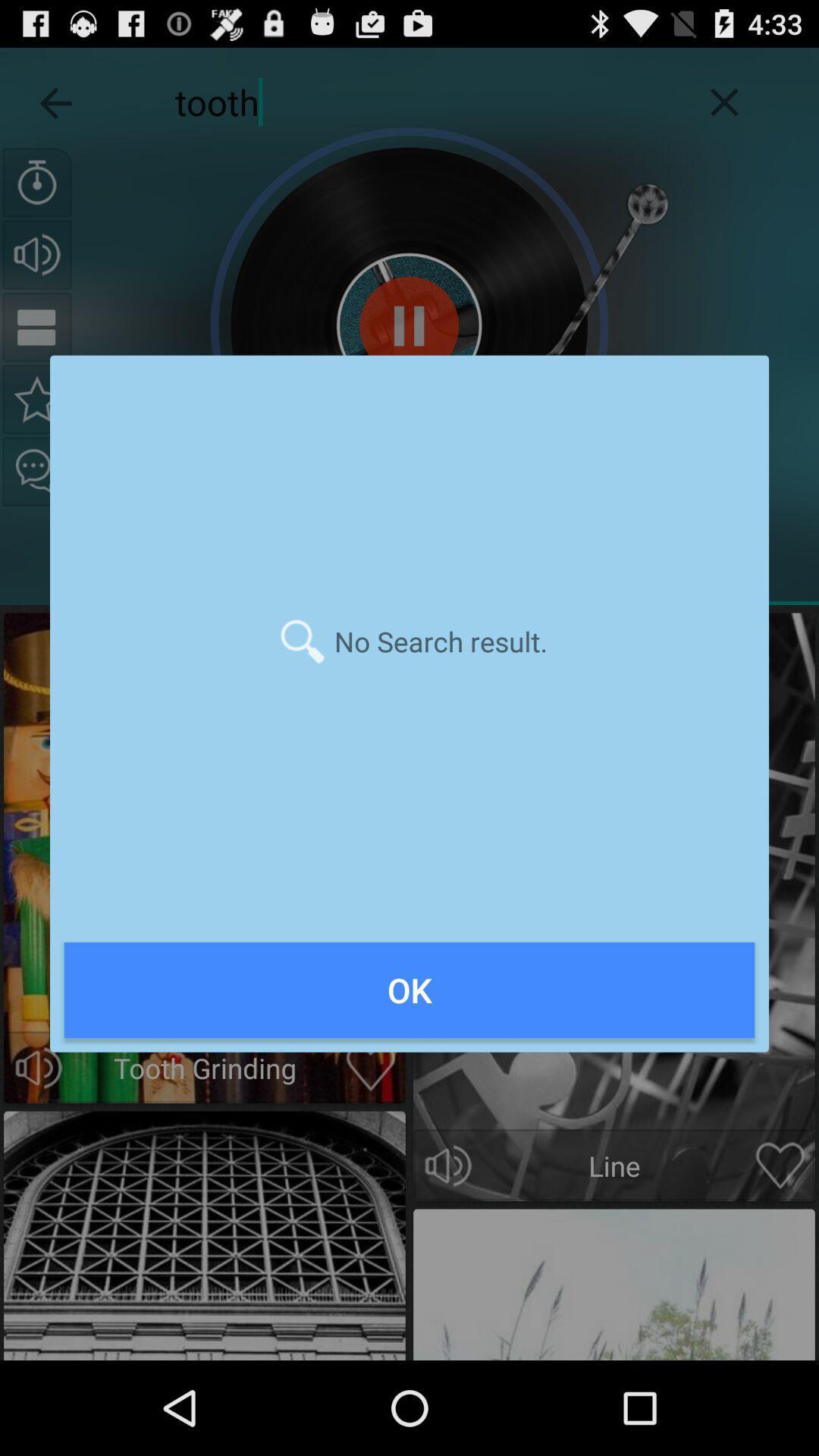 The image size is (819, 1456). I want to click on the ok, so click(409, 990).